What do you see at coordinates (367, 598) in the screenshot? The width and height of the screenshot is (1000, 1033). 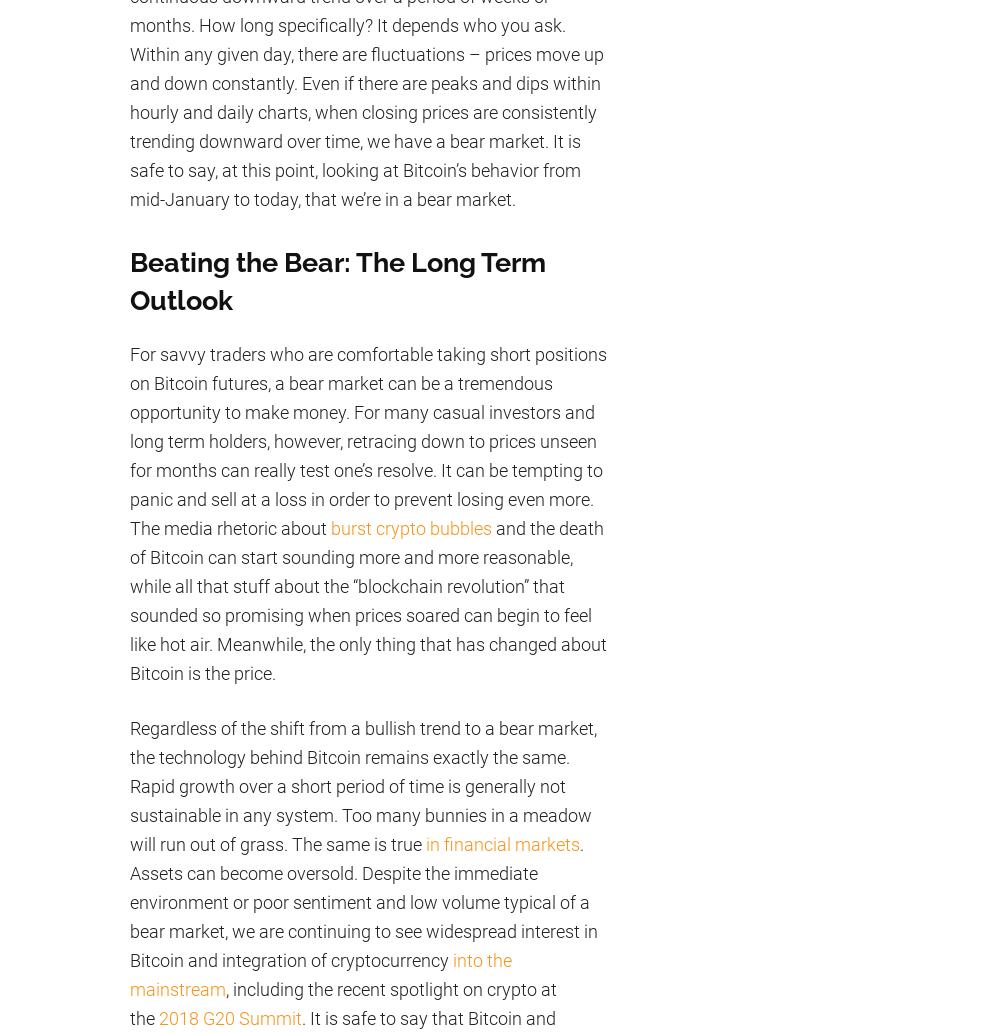 I see `'and the death of Bitcoin can start sounding more and more reasonable, while all that stuff about the “blockchain revolution” that sounded so promising when prices soared can begin to feel like hot air. Meanwhile, the only thing that has changed about Bitcoin is the price.'` at bounding box center [367, 598].